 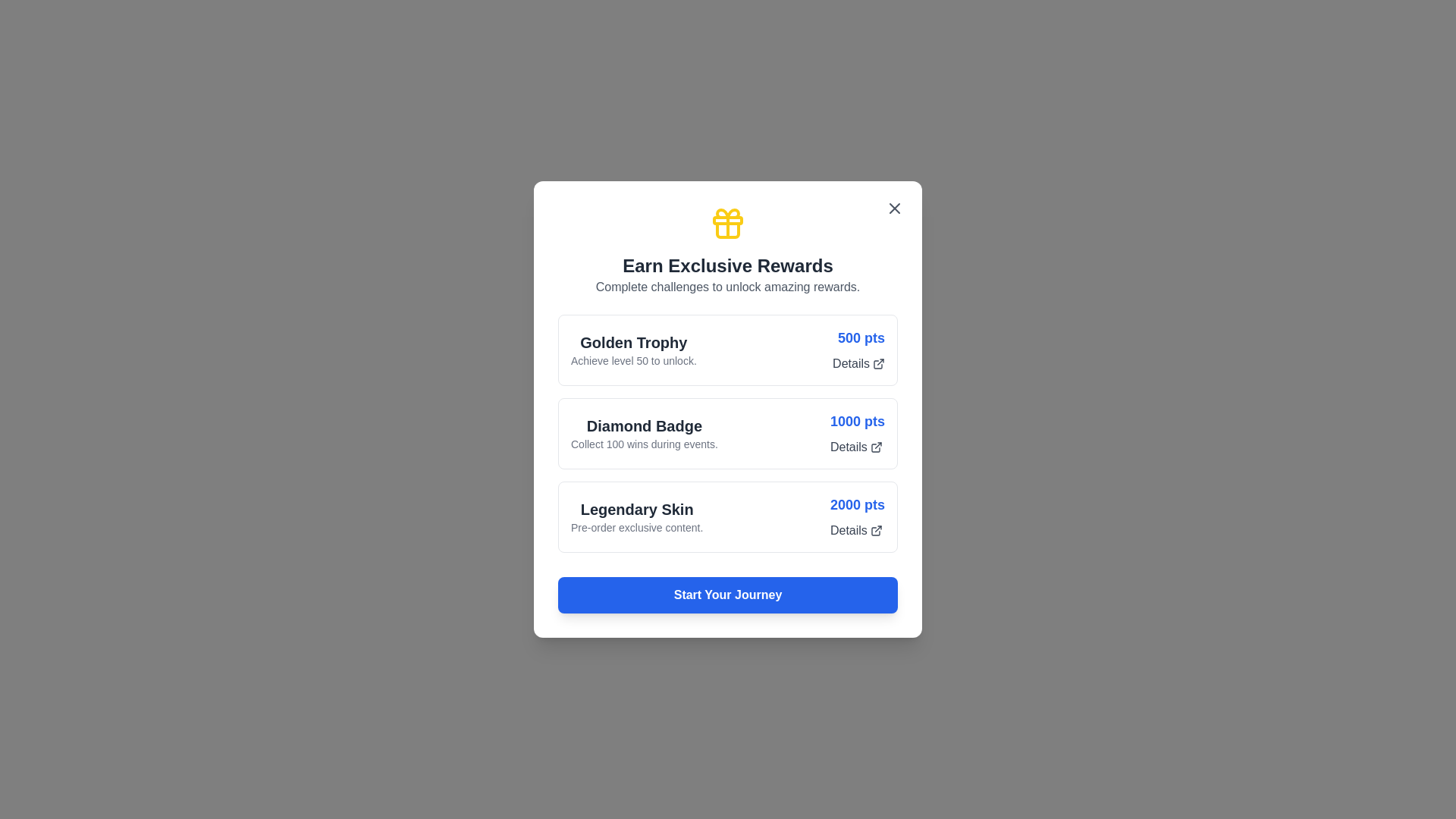 What do you see at coordinates (858, 433) in the screenshot?
I see `the text label link indicating reward points associated with the 'Diamond Badge' item` at bounding box center [858, 433].